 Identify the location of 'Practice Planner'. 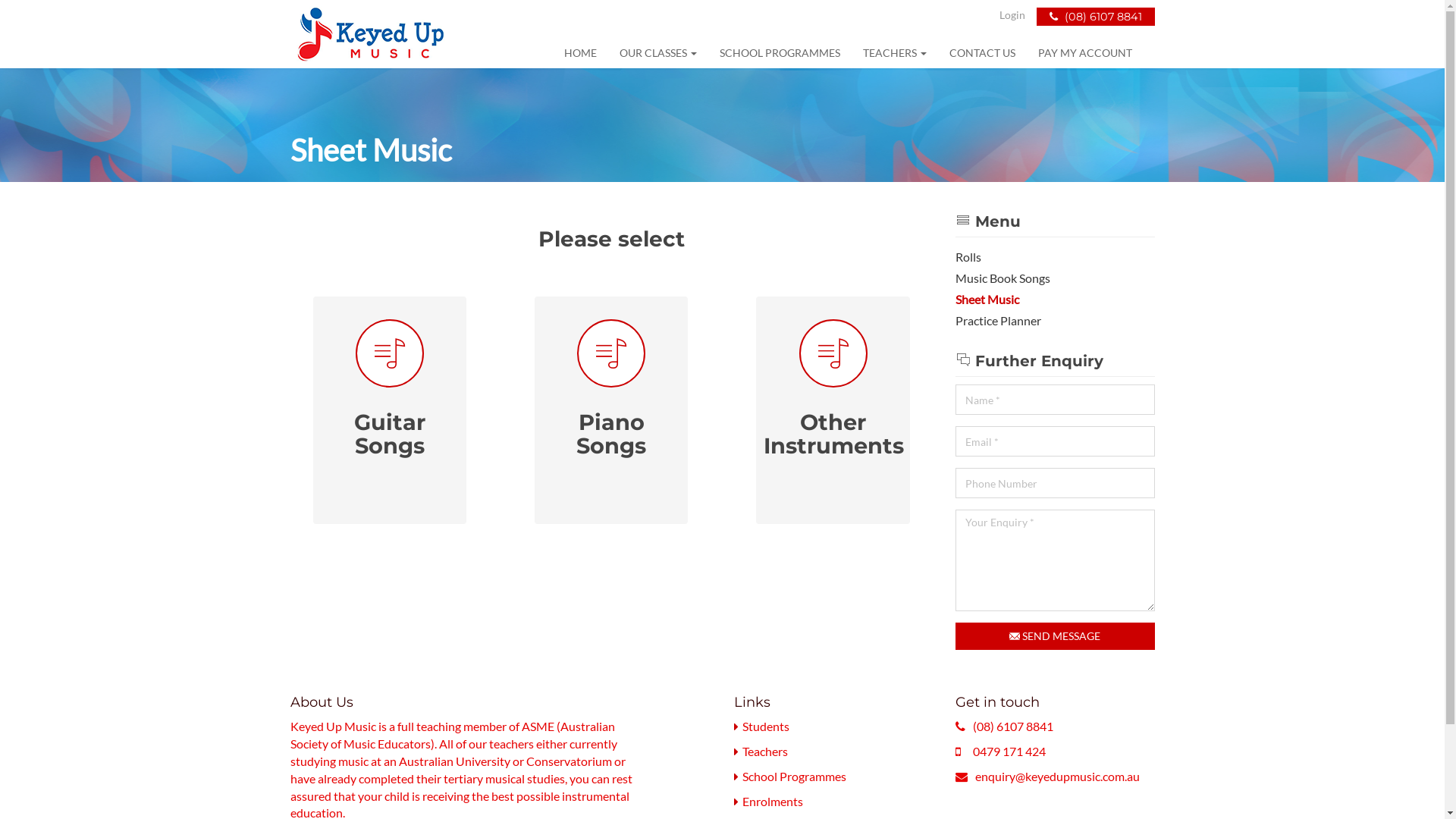
(1054, 320).